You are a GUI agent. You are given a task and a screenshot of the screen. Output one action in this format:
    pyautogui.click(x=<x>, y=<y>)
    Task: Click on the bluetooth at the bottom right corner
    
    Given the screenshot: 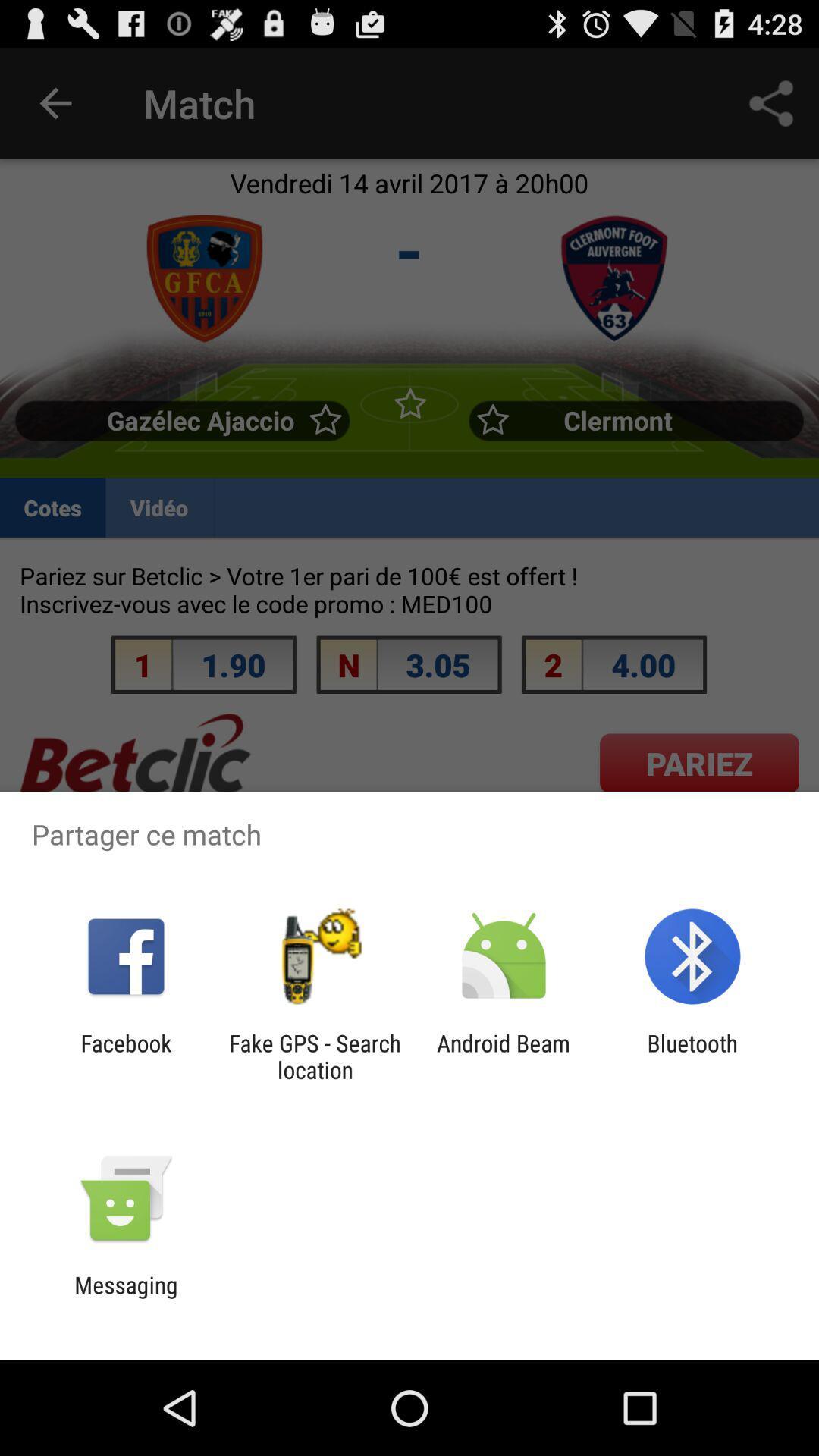 What is the action you would take?
    pyautogui.click(x=692, y=1056)
    